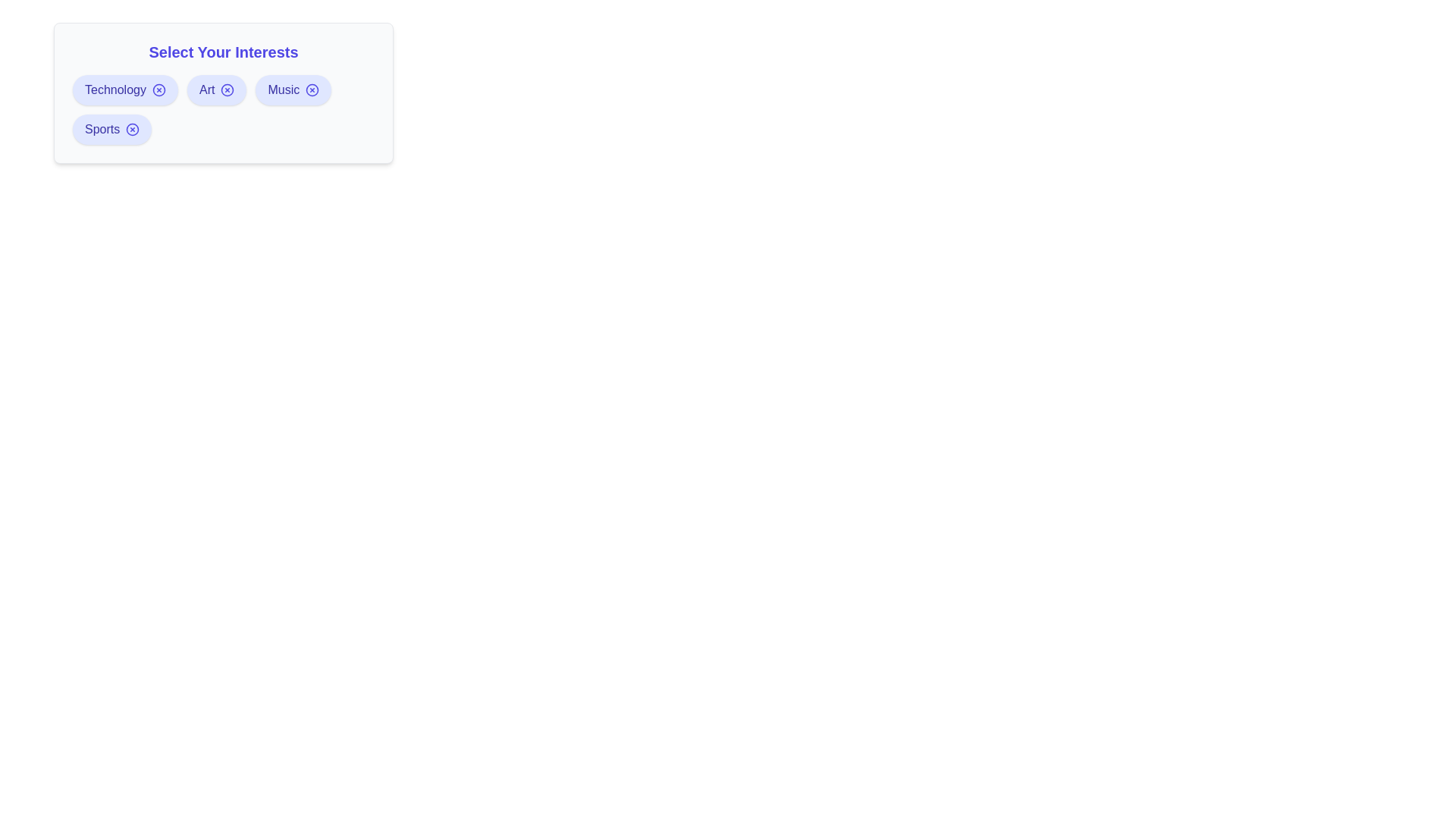 This screenshot has height=819, width=1456. What do you see at coordinates (158, 90) in the screenshot?
I see `'X' button next to the interest 'Technology' to remove it` at bounding box center [158, 90].